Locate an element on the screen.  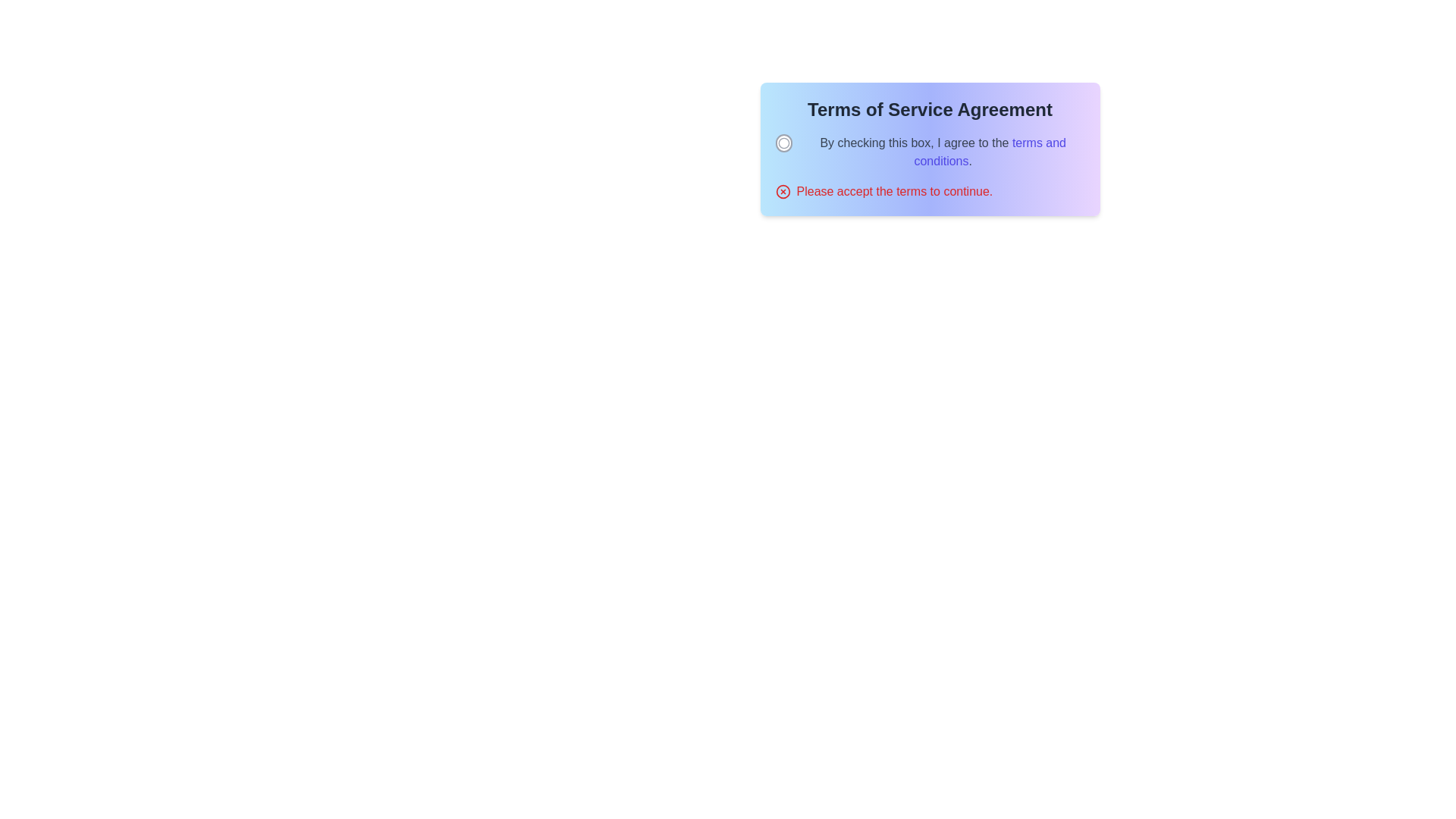
'Terms of Service Agreement' panel, which features a bold heading and a checkbox for accepting the terms, located at the center of the interface is located at coordinates (929, 149).